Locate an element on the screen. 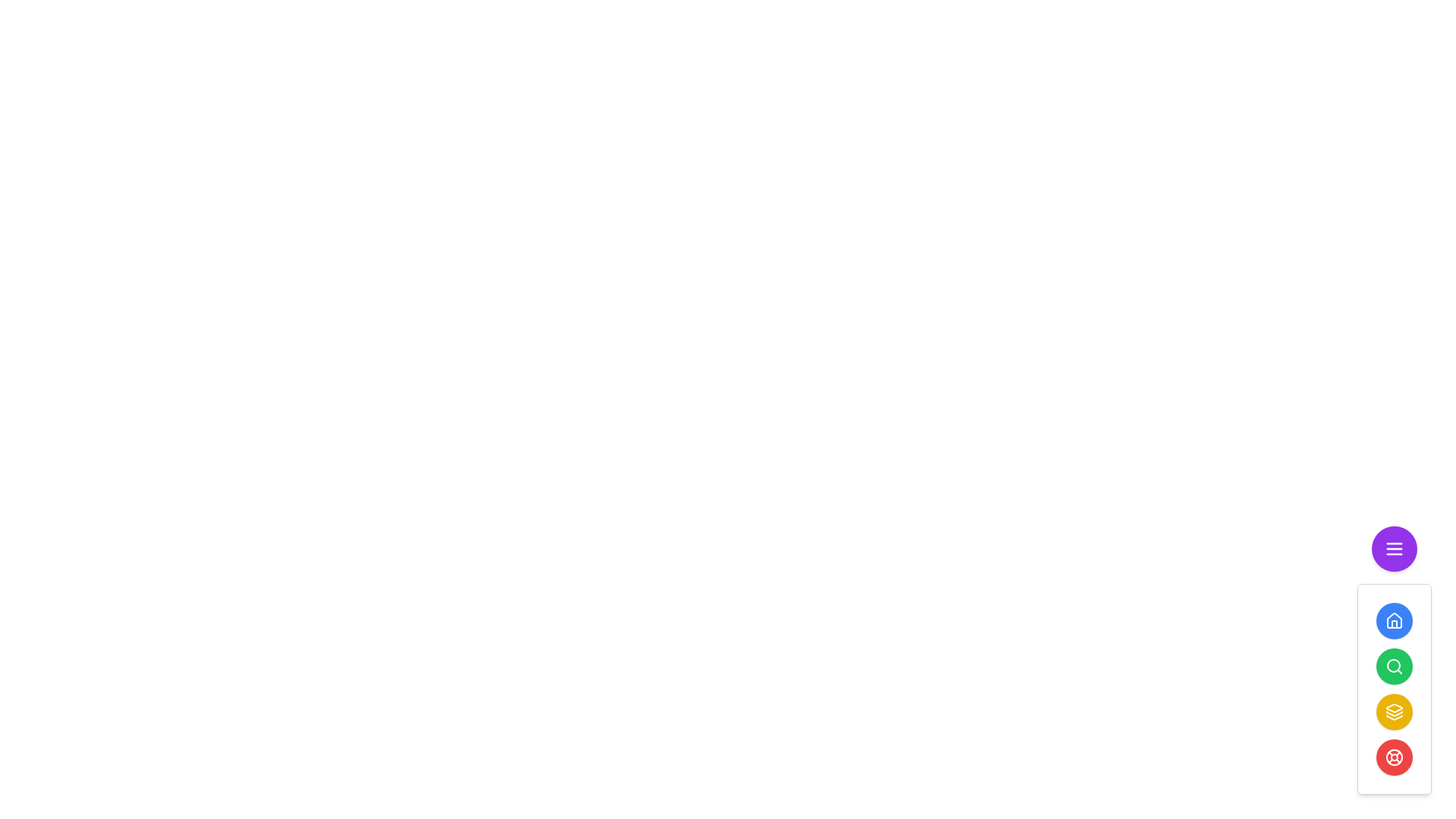 The image size is (1456, 819). the Iconographic vector graphic representing layers or strata, located in the middle of three similar icons within a vertical stack on the right side of the interface is located at coordinates (1394, 714).